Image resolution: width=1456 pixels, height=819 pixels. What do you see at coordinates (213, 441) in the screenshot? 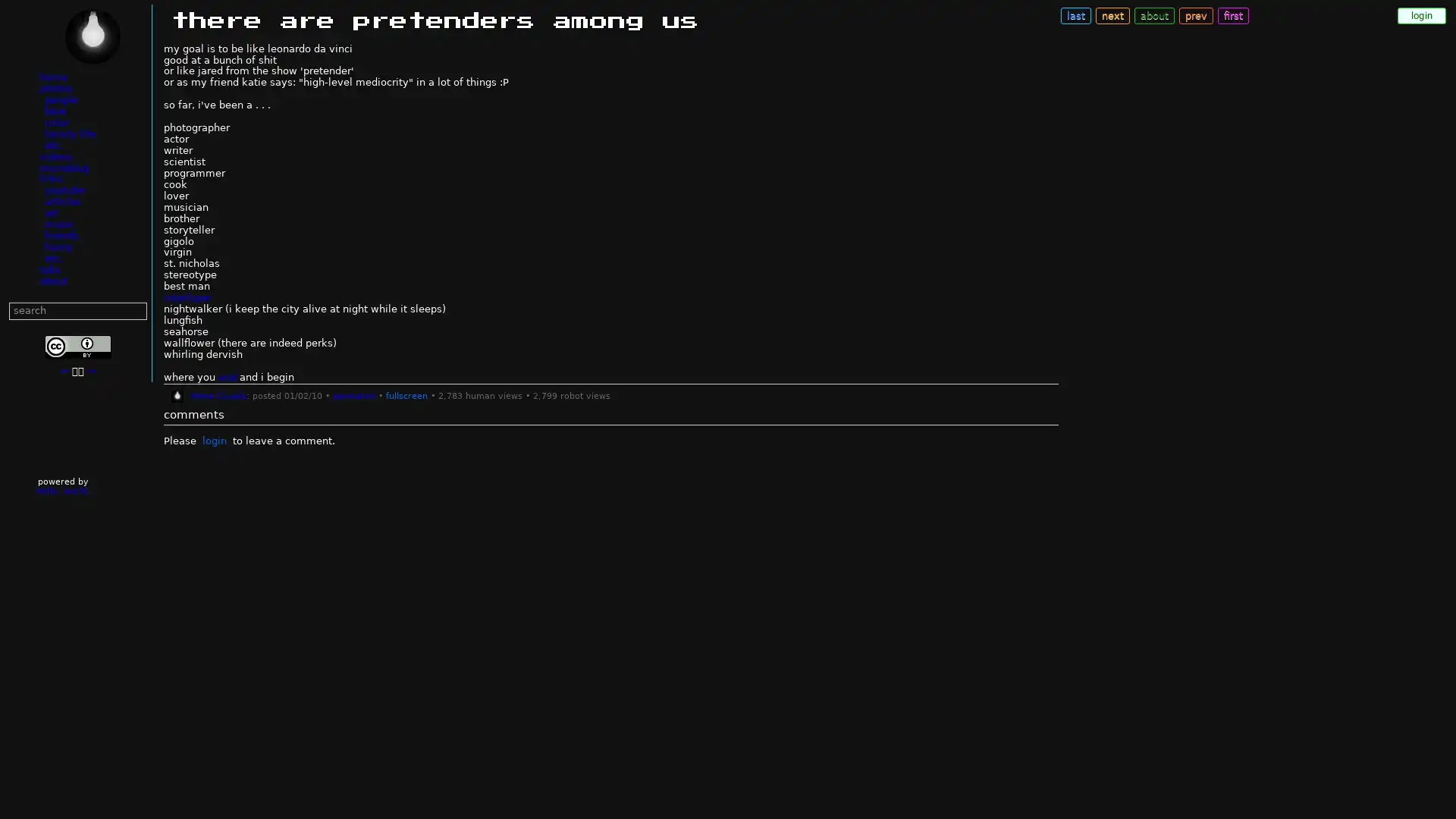
I see `login` at bounding box center [213, 441].